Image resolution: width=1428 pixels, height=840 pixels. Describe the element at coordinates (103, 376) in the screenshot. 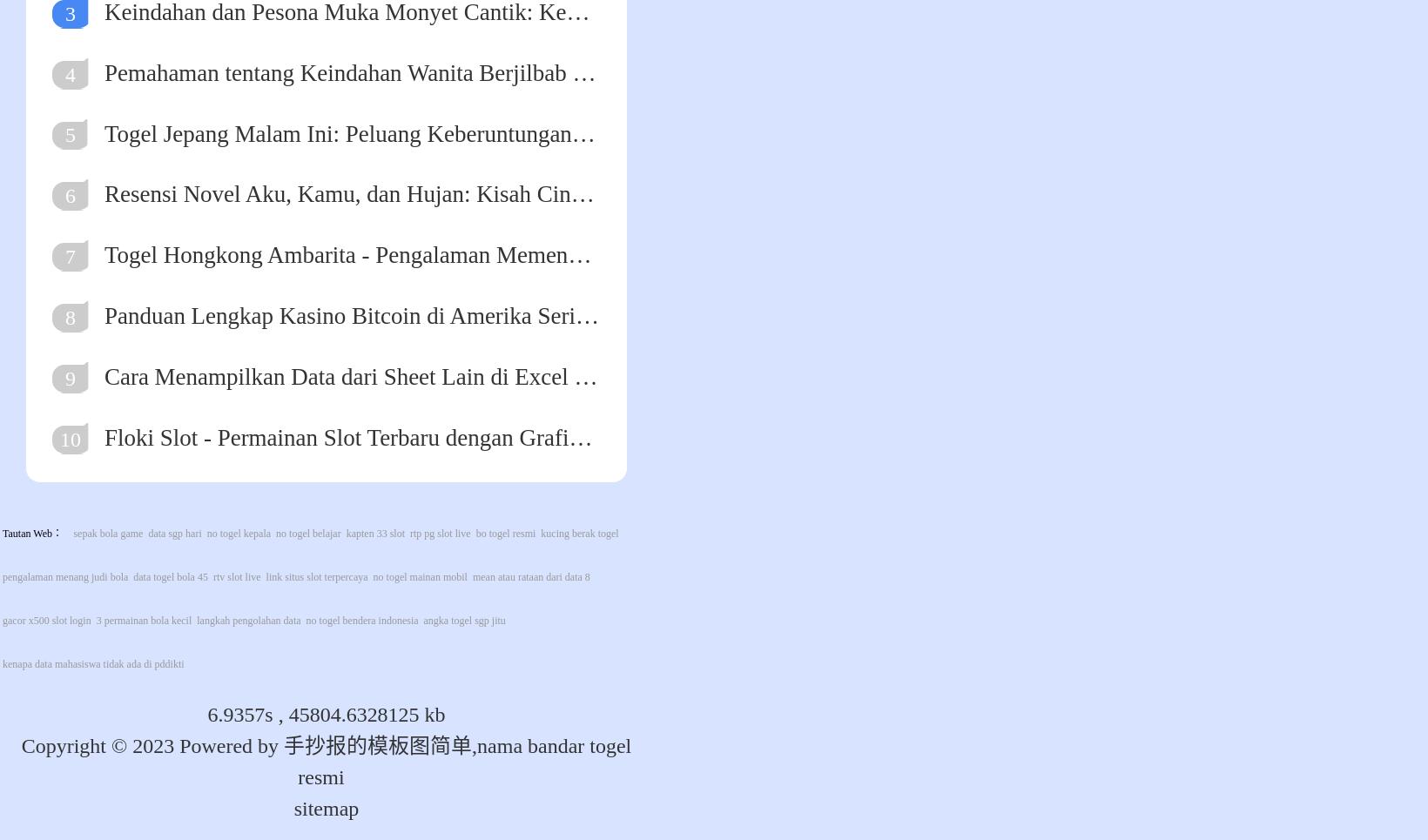

I see `'Cara Menampilkan Data dari Sheet Lain di Excel - Panduan Lengkap'` at that location.